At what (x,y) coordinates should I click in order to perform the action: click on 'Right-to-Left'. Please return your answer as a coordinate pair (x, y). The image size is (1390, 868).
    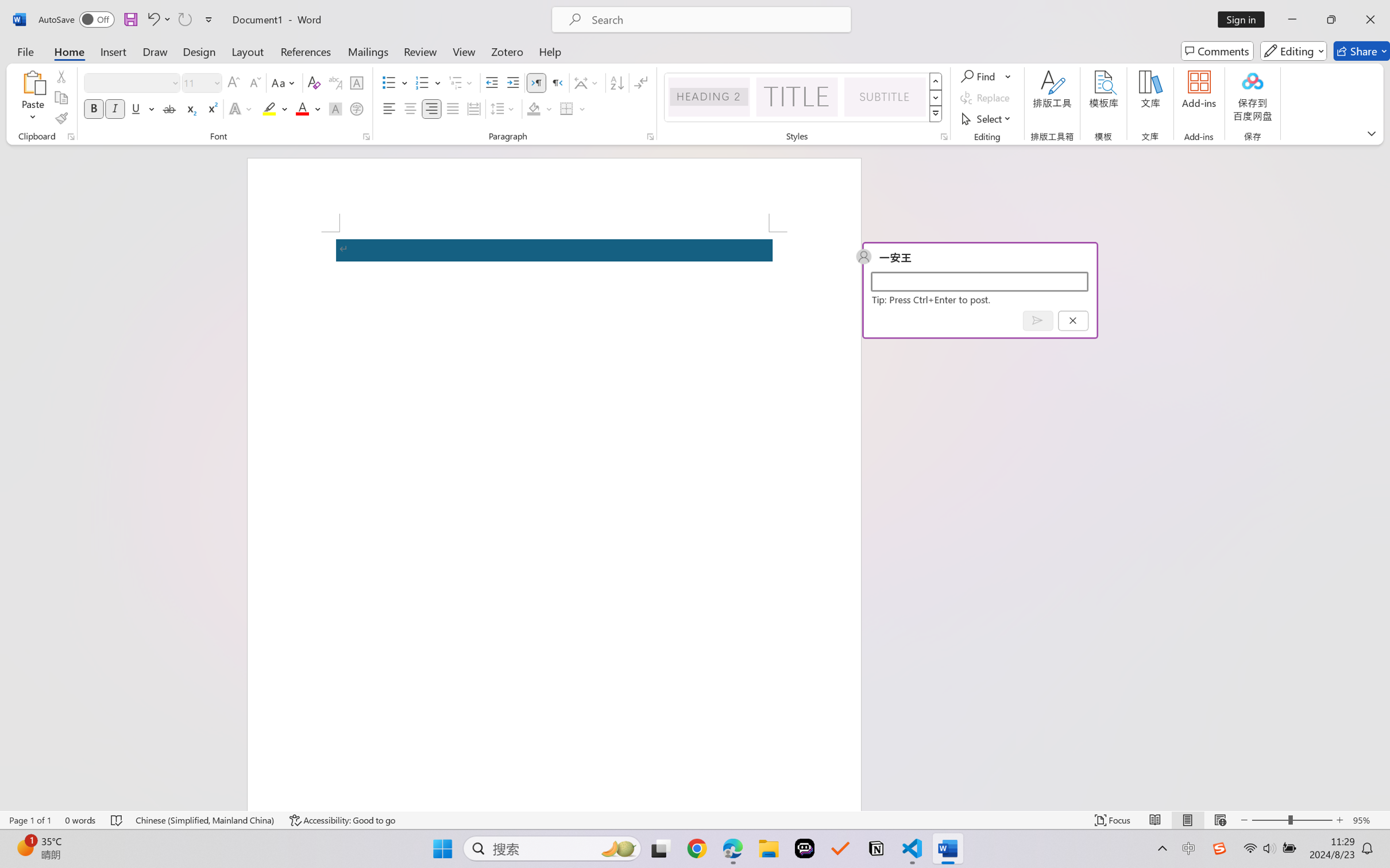
    Looking at the image, I should click on (557, 83).